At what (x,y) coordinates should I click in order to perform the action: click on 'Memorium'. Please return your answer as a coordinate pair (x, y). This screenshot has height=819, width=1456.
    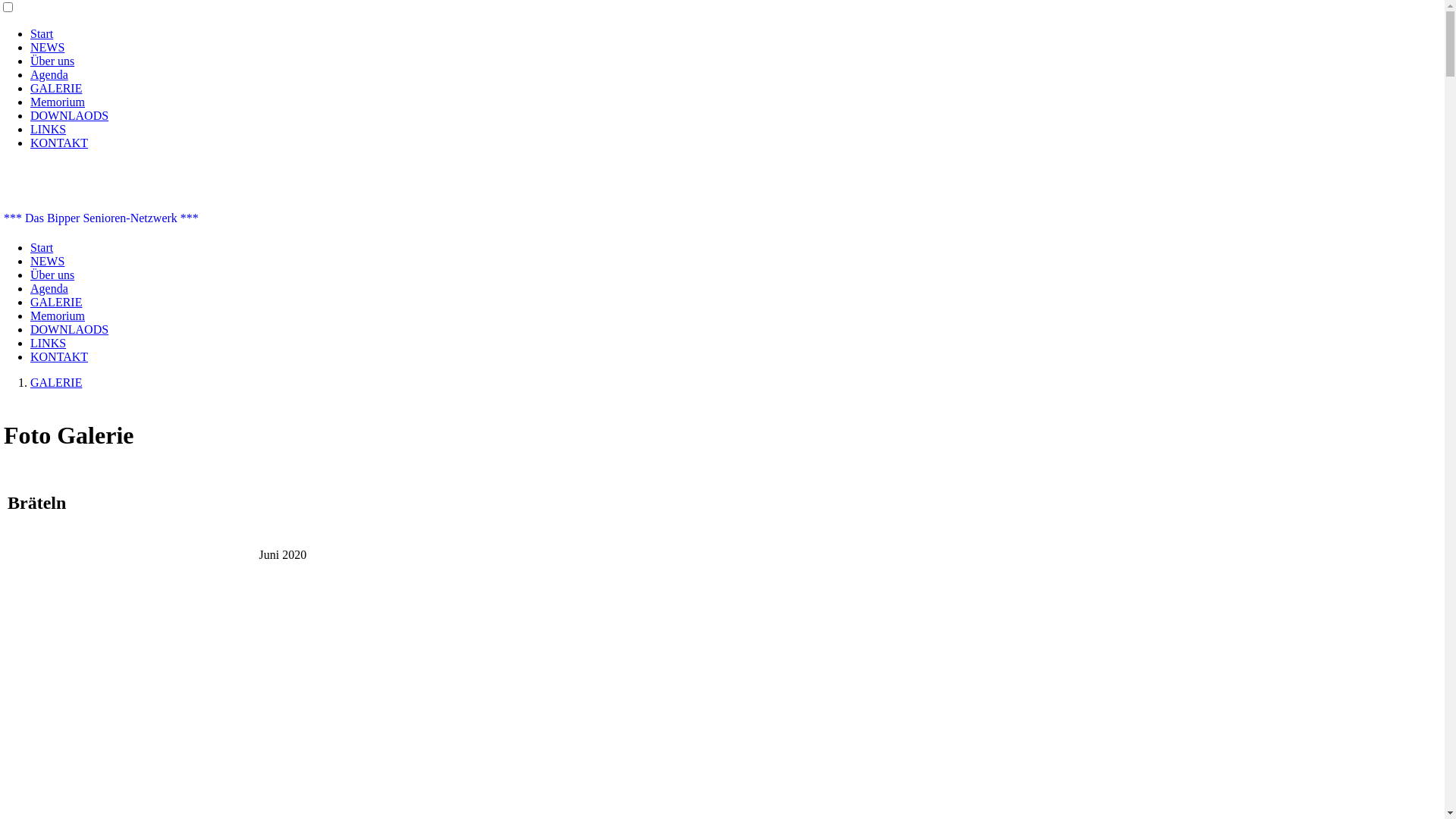
    Looking at the image, I should click on (58, 102).